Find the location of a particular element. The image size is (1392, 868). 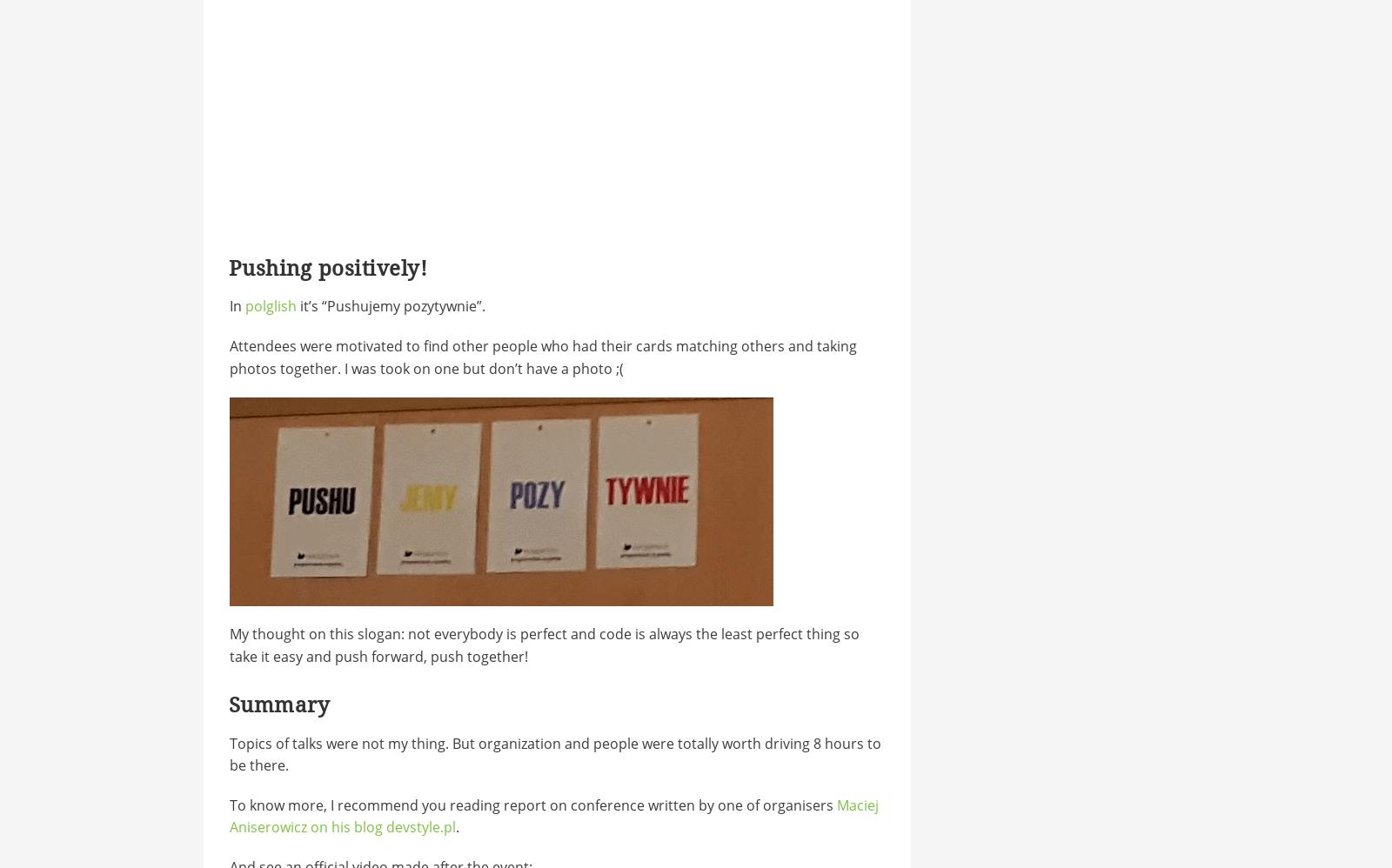

'Topics of talks were not my thing. But organization and people were totally worth driving 8 hours to be there.' is located at coordinates (229, 752).